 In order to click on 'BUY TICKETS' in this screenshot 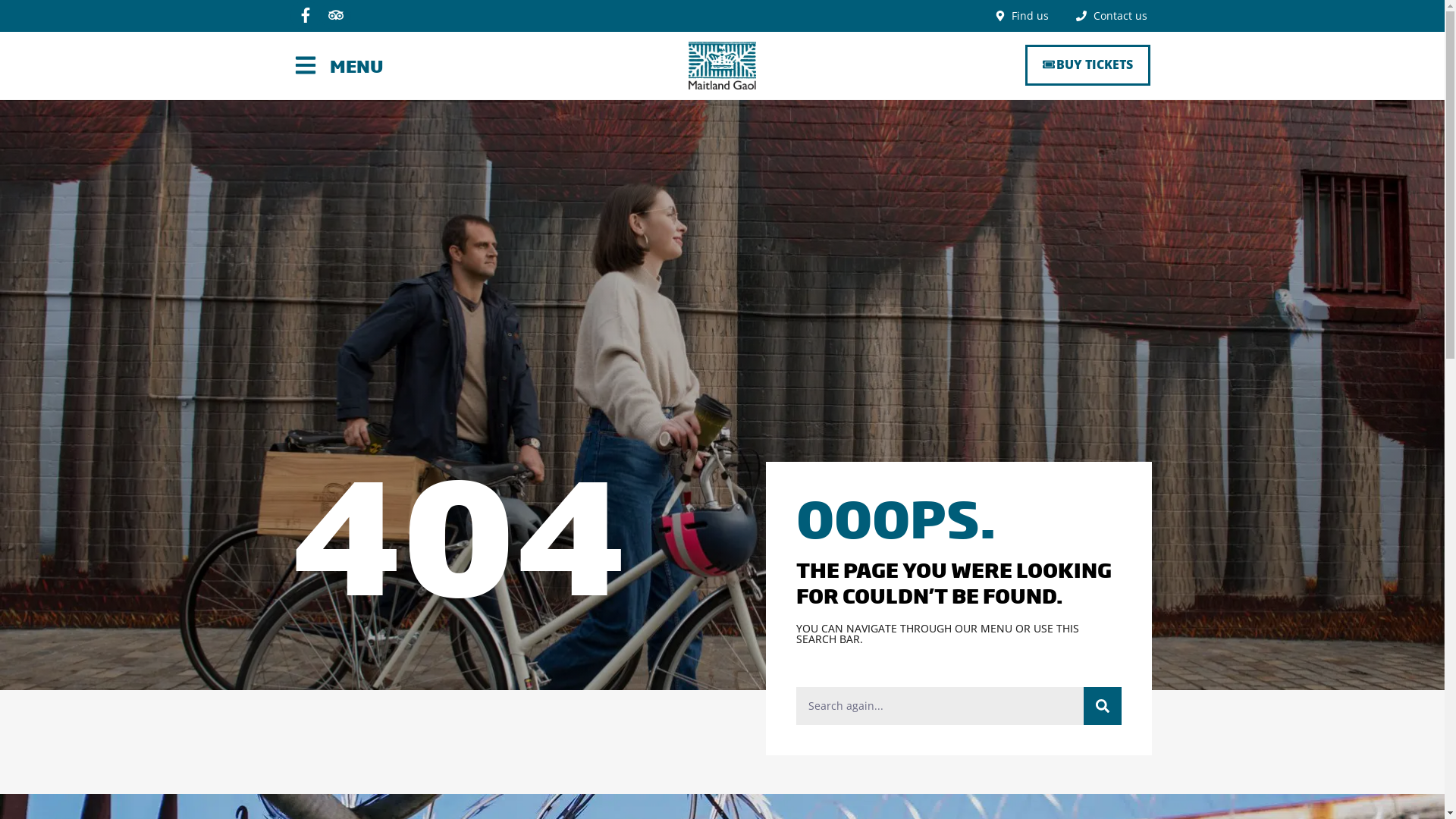, I will do `click(1087, 64)`.